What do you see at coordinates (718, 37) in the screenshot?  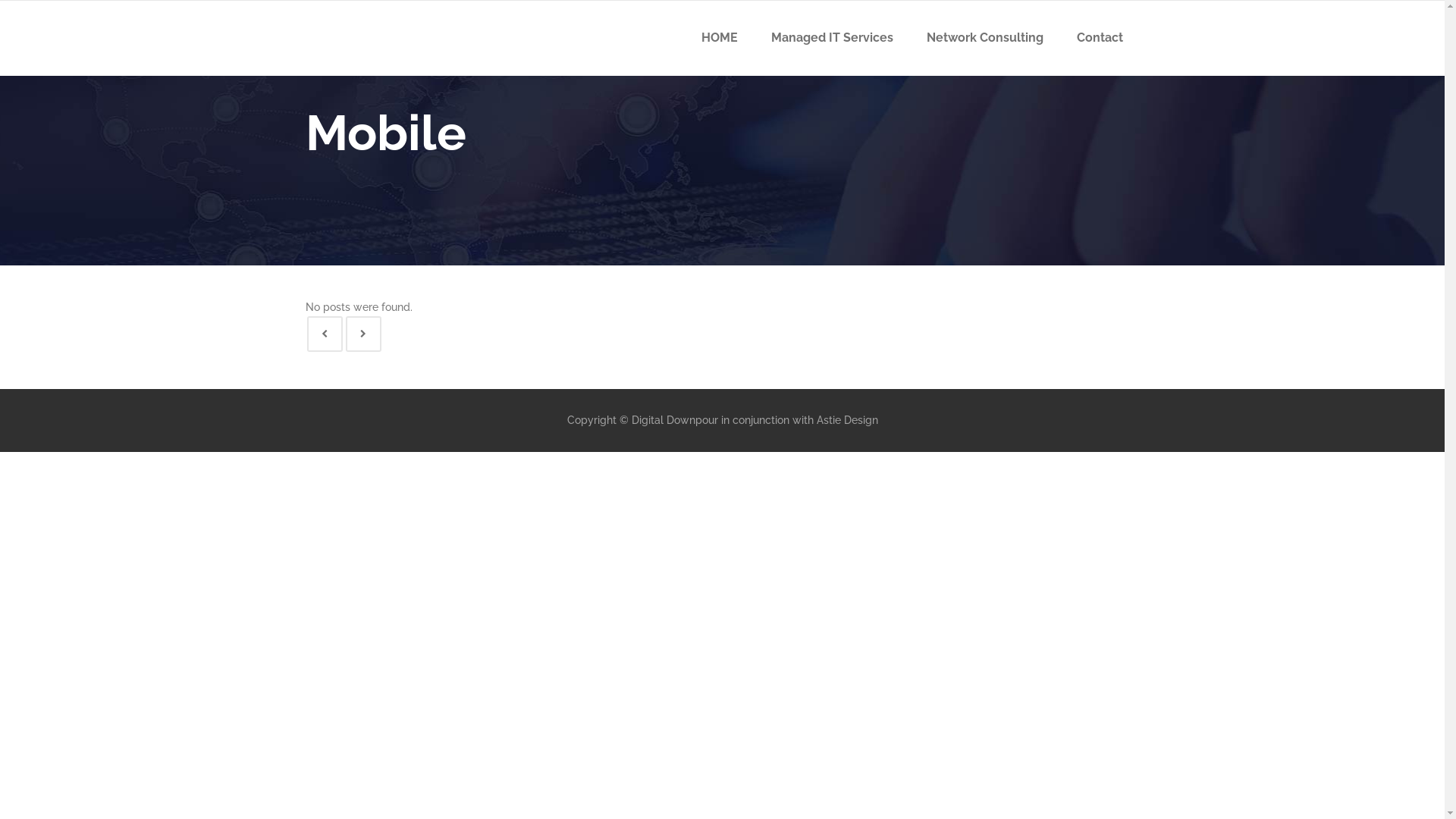 I see `'HOME'` at bounding box center [718, 37].